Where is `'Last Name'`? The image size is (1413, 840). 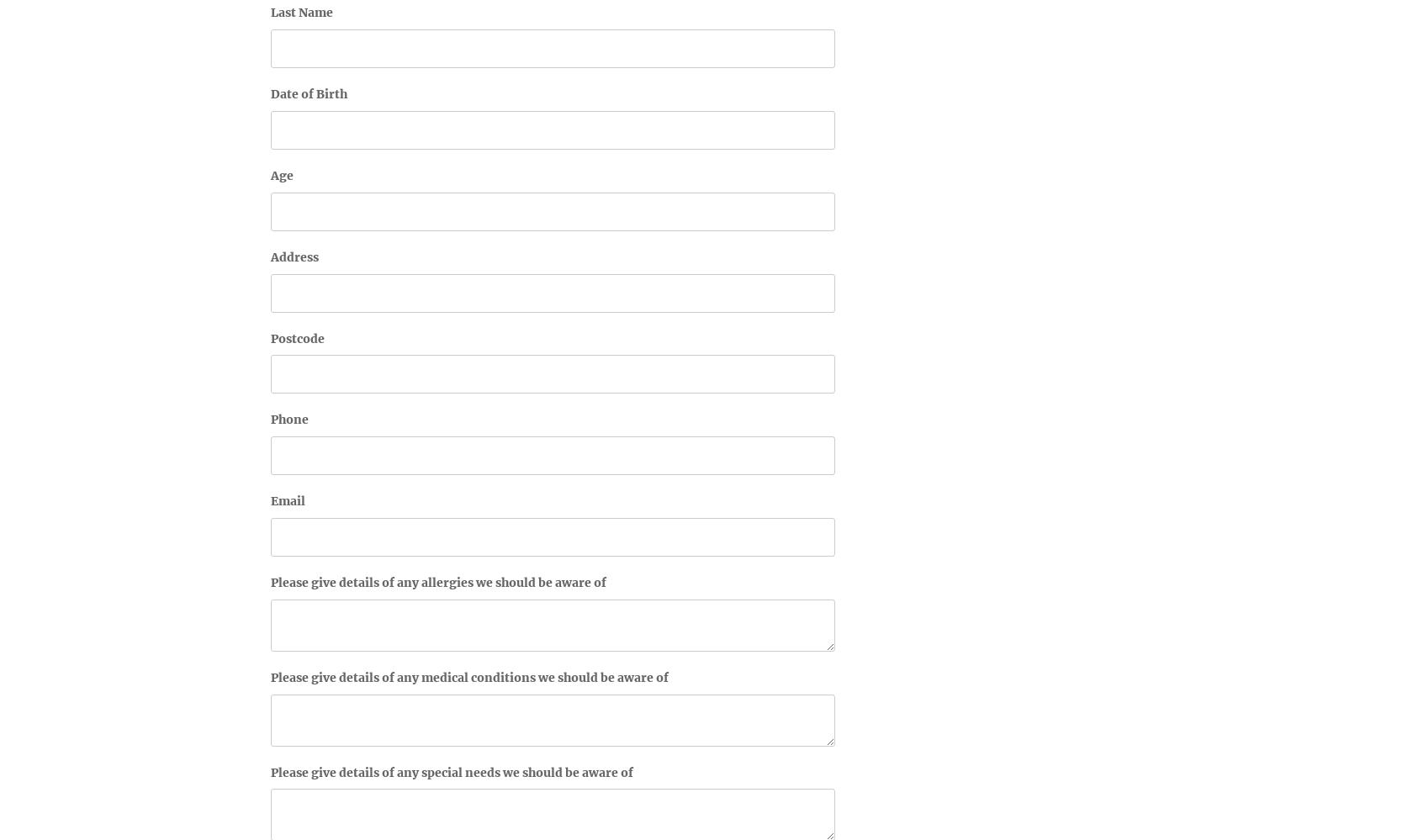 'Last Name' is located at coordinates (302, 12).